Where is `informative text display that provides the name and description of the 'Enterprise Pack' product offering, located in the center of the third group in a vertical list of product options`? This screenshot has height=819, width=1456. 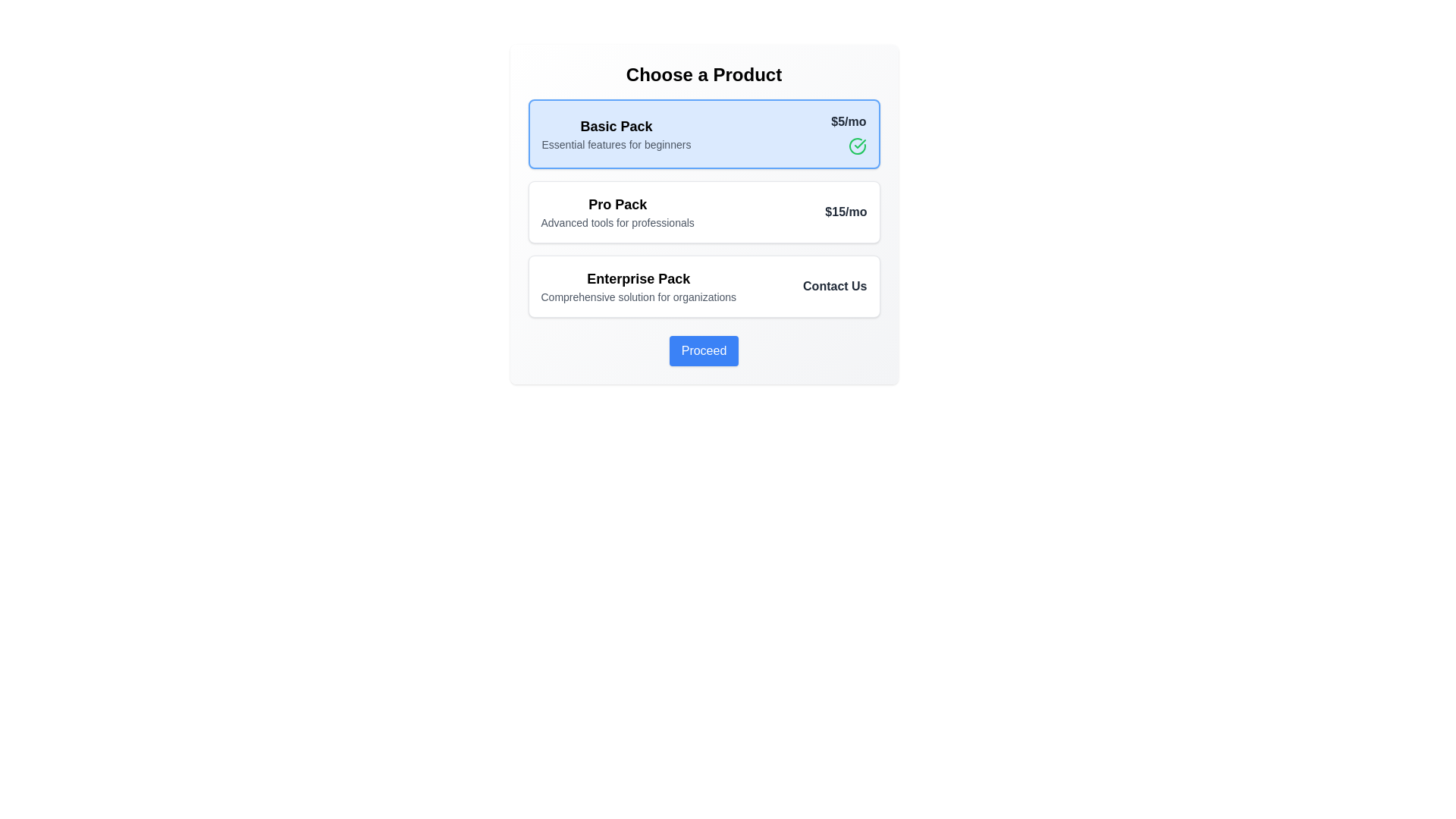 informative text display that provides the name and description of the 'Enterprise Pack' product offering, located in the center of the third group in a vertical list of product options is located at coordinates (639, 287).